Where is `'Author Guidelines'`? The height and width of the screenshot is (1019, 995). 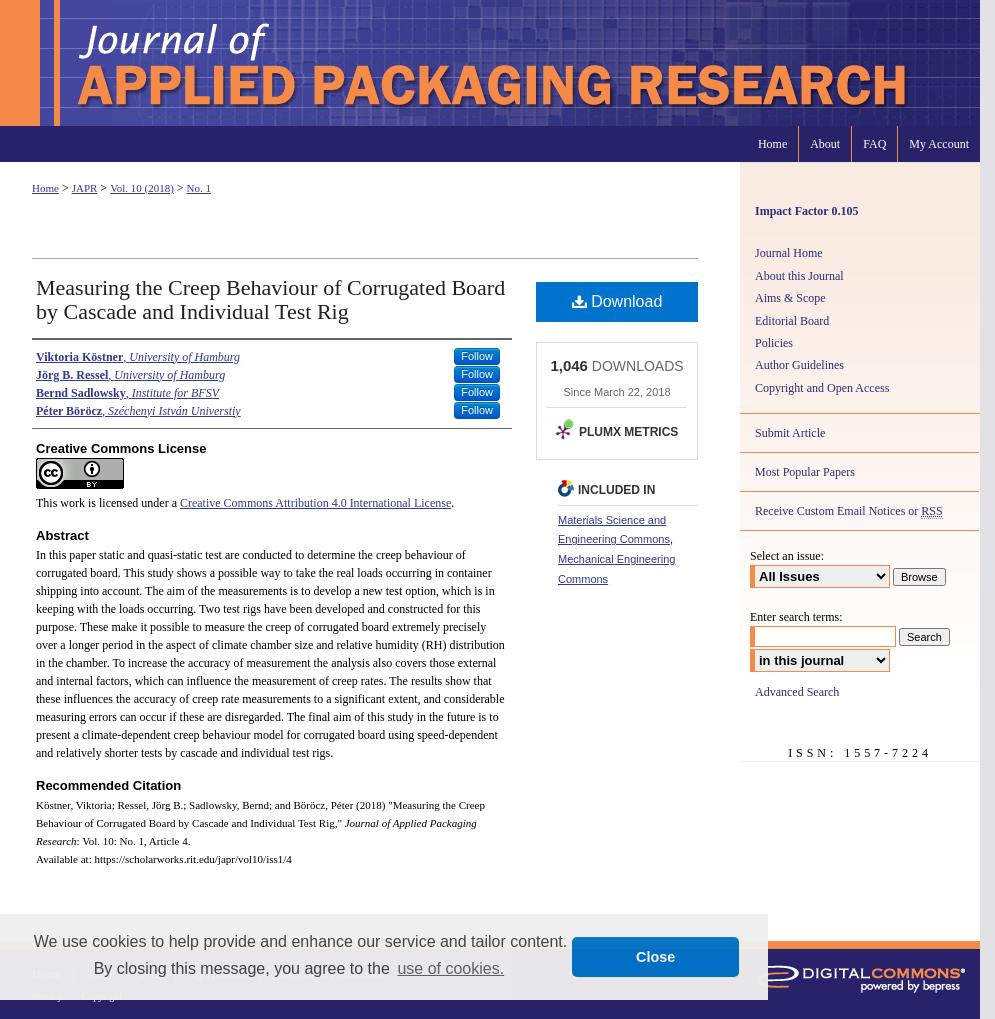 'Author Guidelines' is located at coordinates (799, 365).